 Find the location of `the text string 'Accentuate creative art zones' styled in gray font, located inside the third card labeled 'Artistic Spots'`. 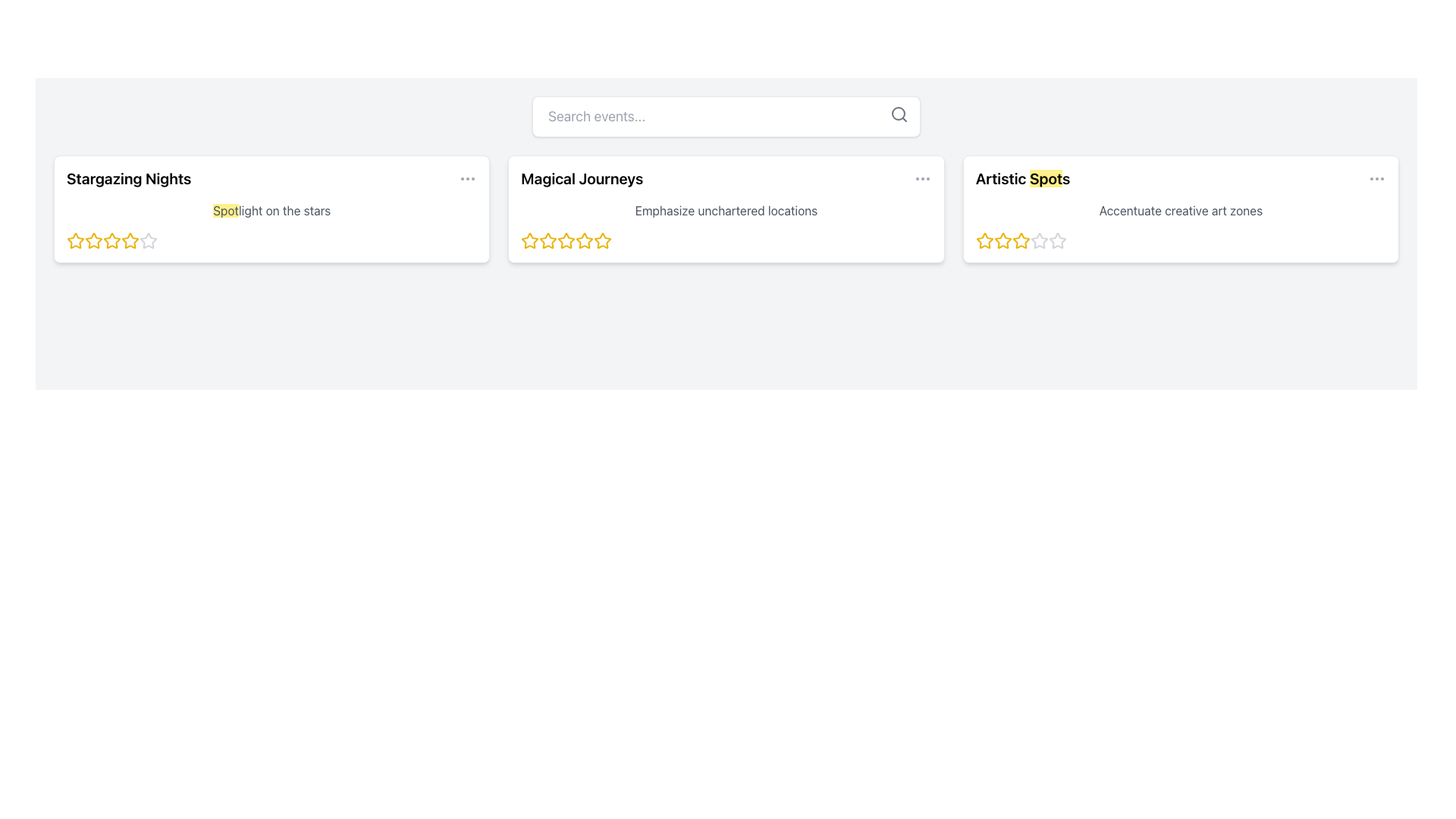

the text string 'Accentuate creative art zones' styled in gray font, located inside the third card labeled 'Artistic Spots' is located at coordinates (1180, 210).